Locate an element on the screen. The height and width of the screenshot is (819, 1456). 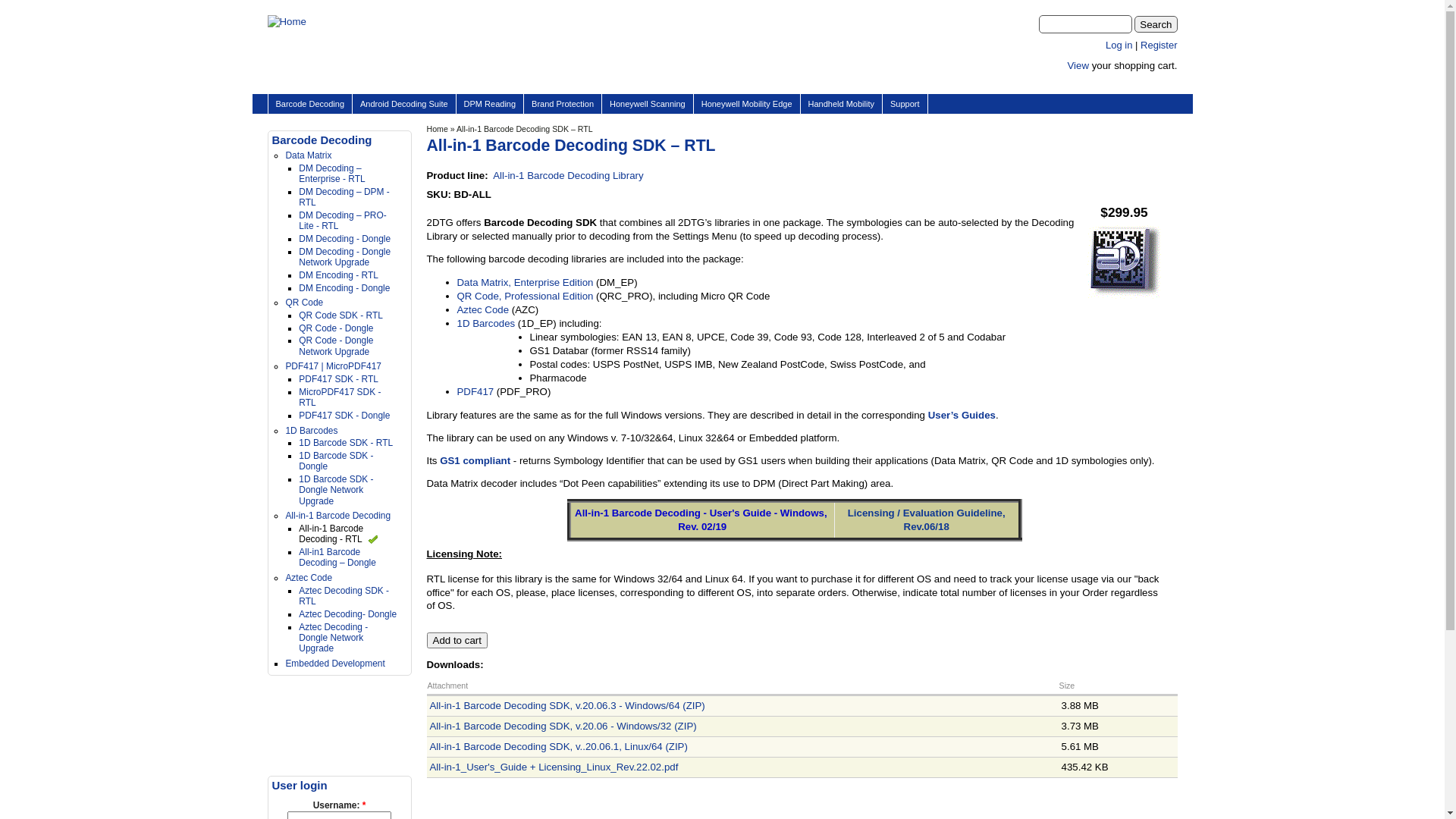
'Data Matrix' is located at coordinates (307, 155).